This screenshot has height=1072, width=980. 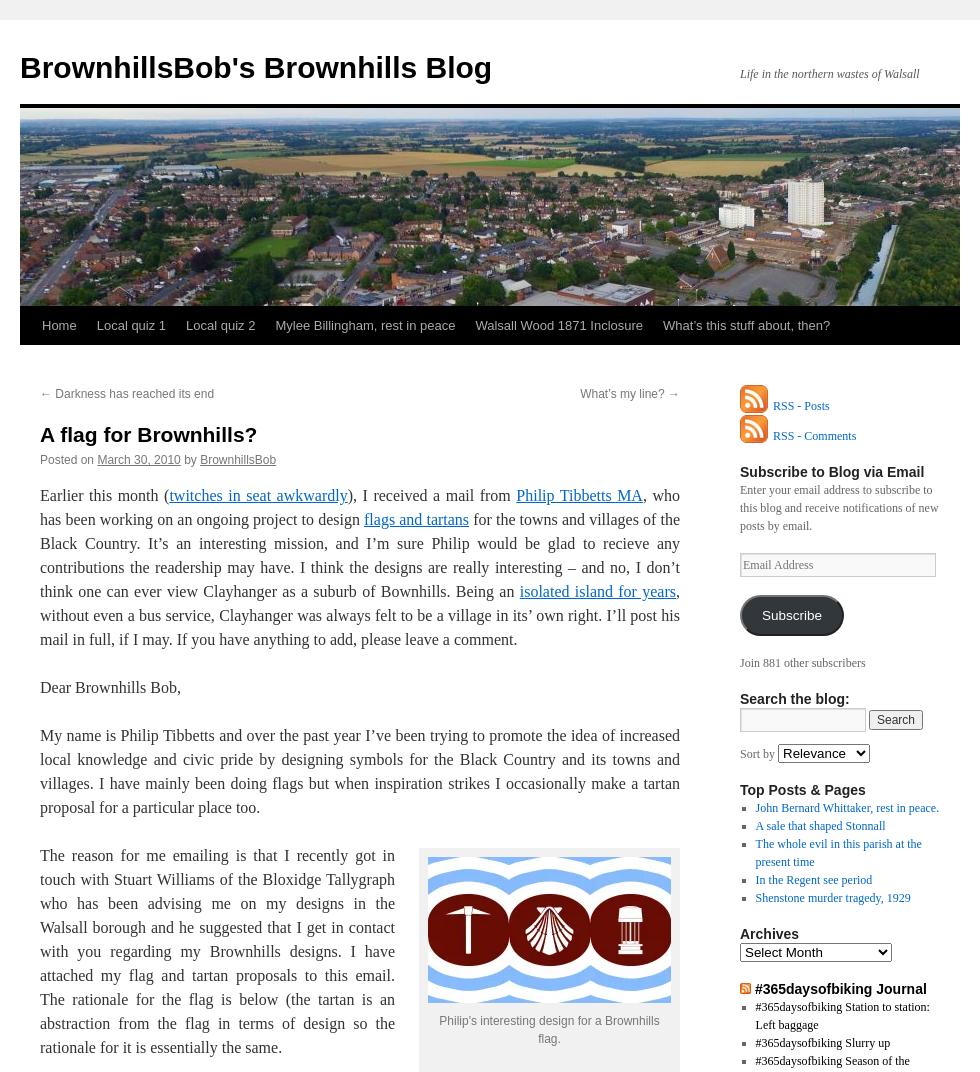 What do you see at coordinates (39, 495) in the screenshot?
I see `'Earlier this month ('` at bounding box center [39, 495].